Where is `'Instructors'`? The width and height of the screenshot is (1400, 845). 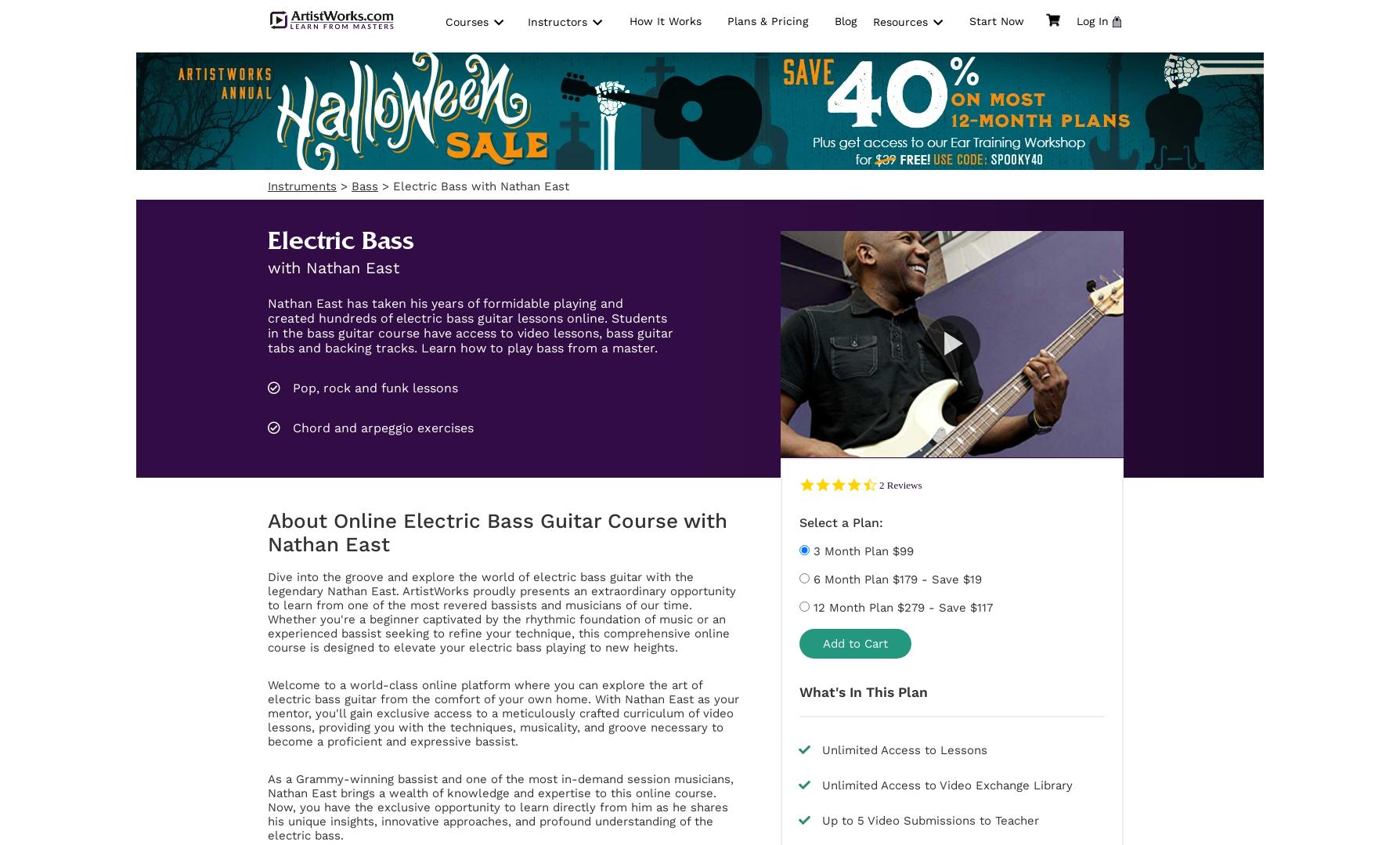 'Instructors' is located at coordinates (558, 21).